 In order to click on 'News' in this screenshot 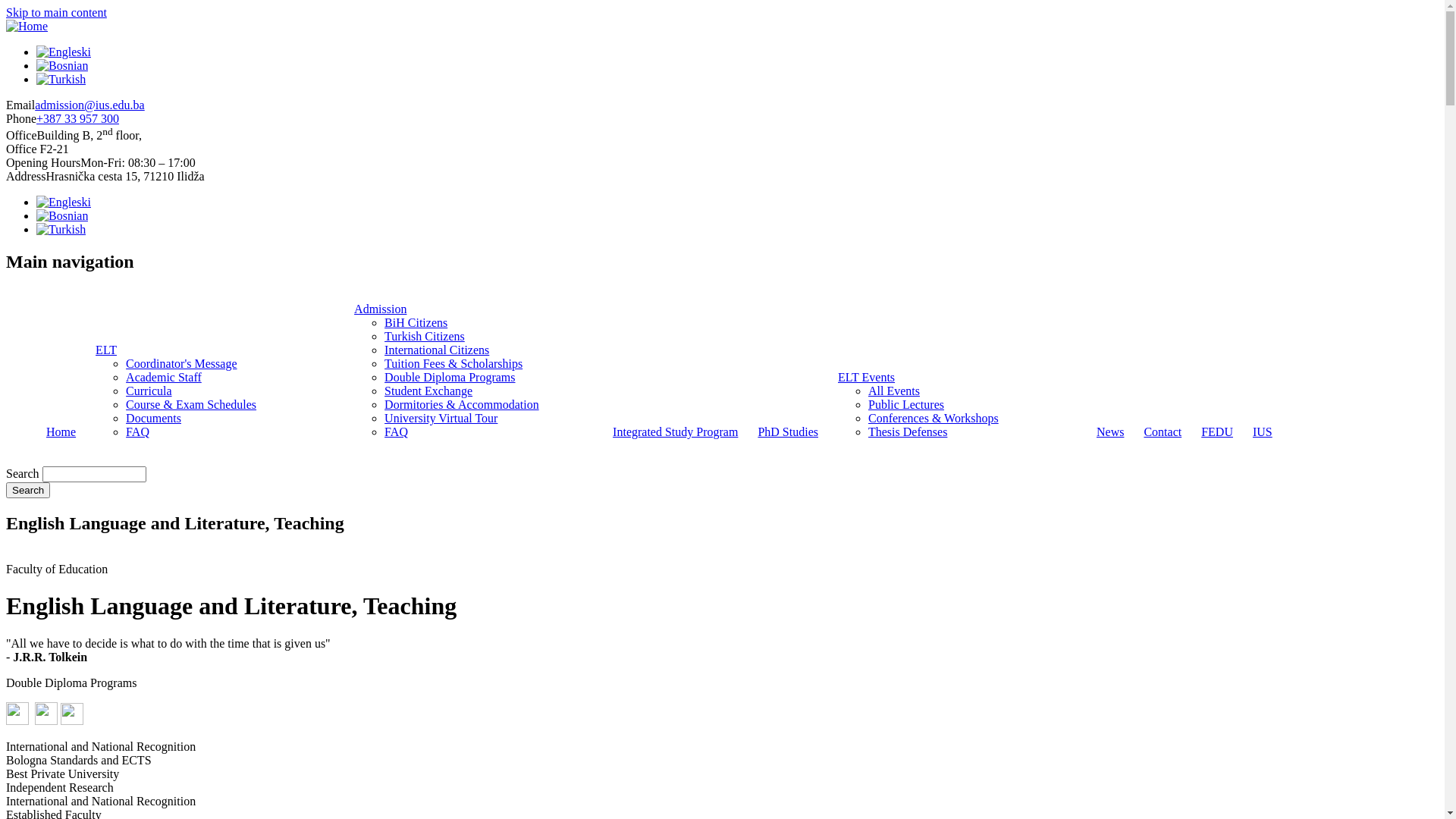, I will do `click(1110, 431)`.